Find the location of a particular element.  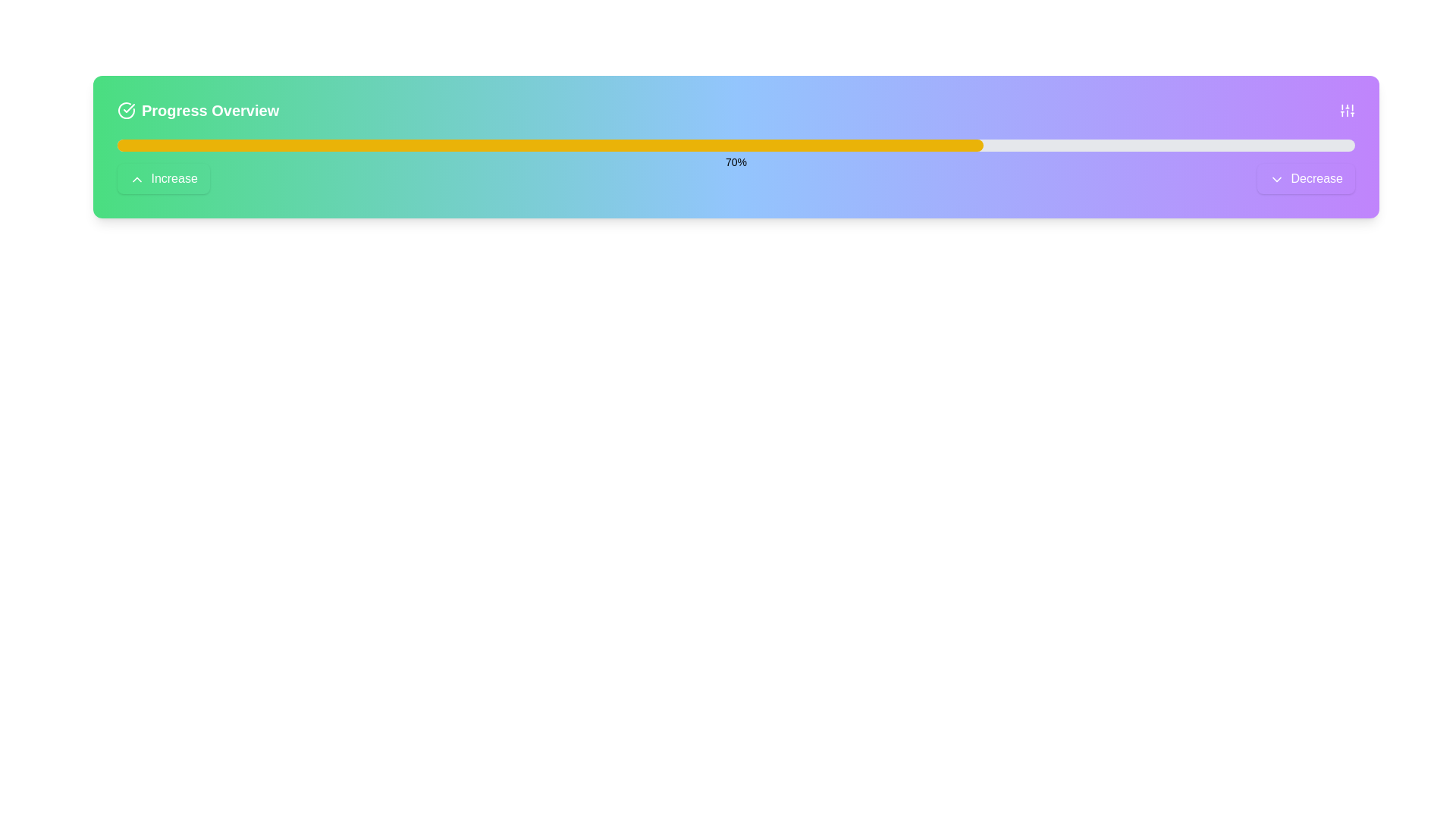

the 'Decrease' button containing the chevron-down arrow SVG icon located at the bottom right corner of the progress bar interface is located at coordinates (1276, 178).